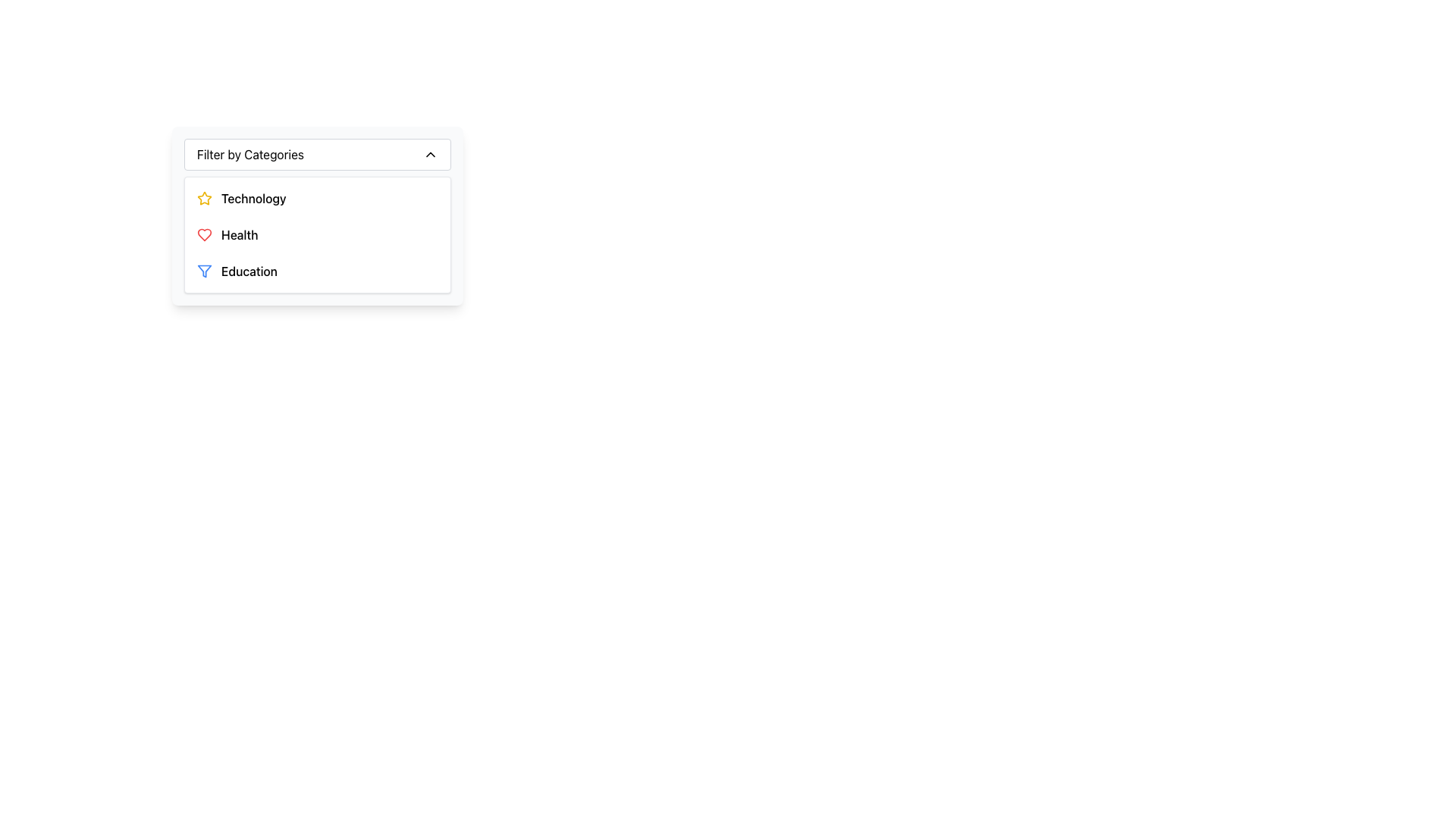  I want to click on the 'Education' category filter option, which is the third entry in the vertical list under 'Filter by Categories', so click(316, 271).